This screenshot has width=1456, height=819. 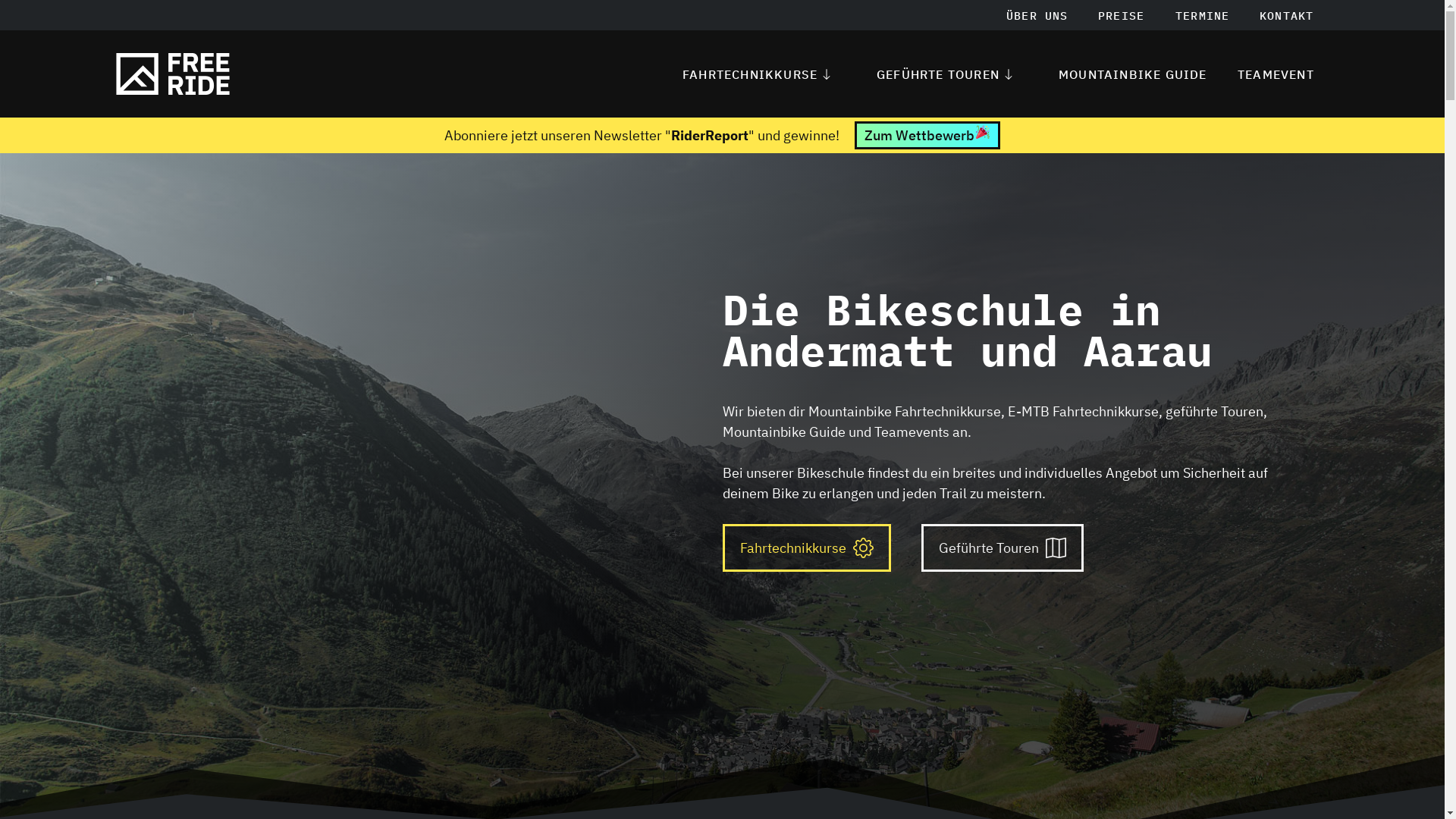 What do you see at coordinates (1244, 14) in the screenshot?
I see `'KONTAKT'` at bounding box center [1244, 14].